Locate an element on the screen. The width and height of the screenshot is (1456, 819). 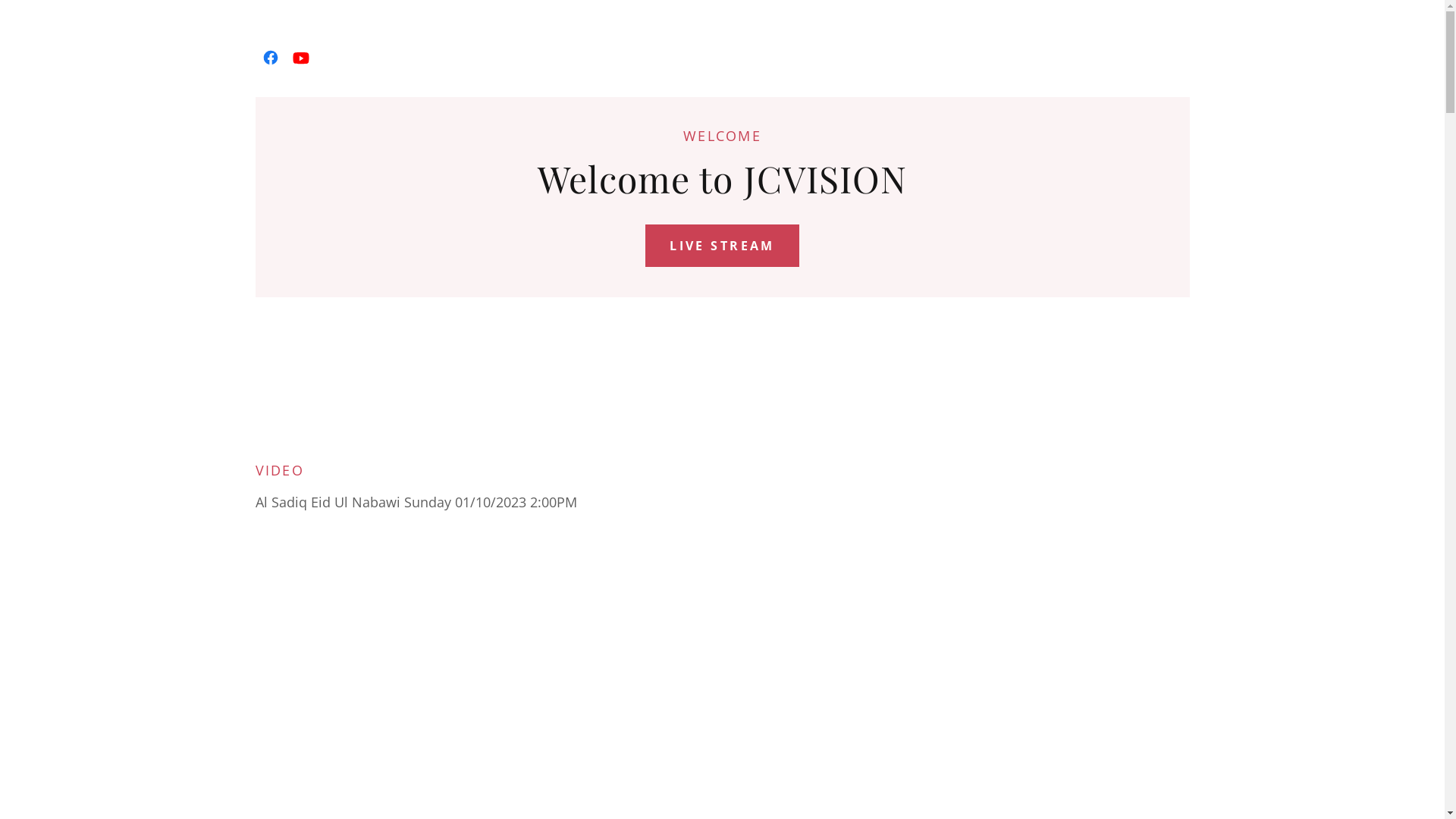
'LIVE STREAM' is located at coordinates (721, 245).